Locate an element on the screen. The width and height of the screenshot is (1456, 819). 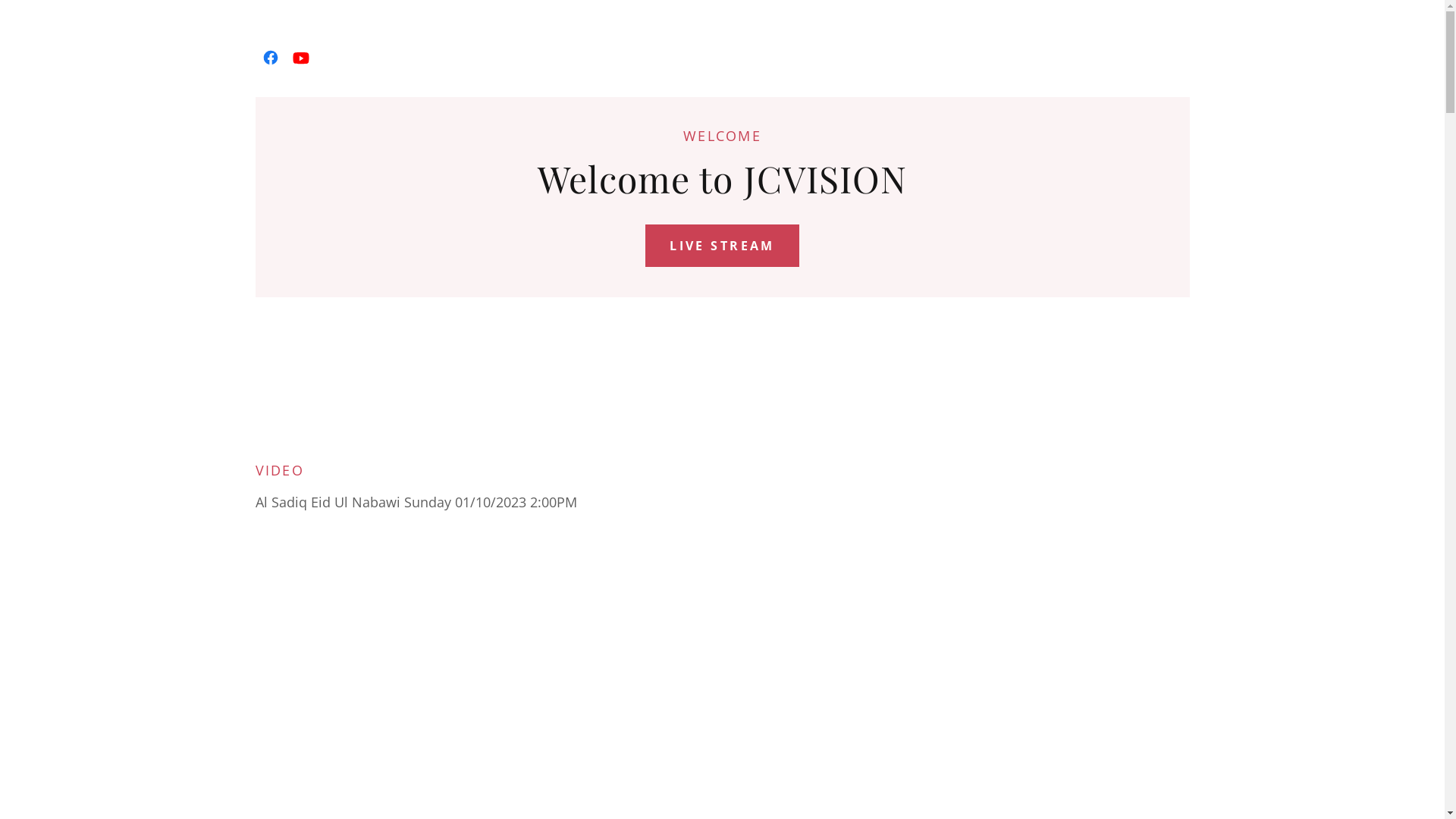
'LIVE STREAM' is located at coordinates (721, 245).